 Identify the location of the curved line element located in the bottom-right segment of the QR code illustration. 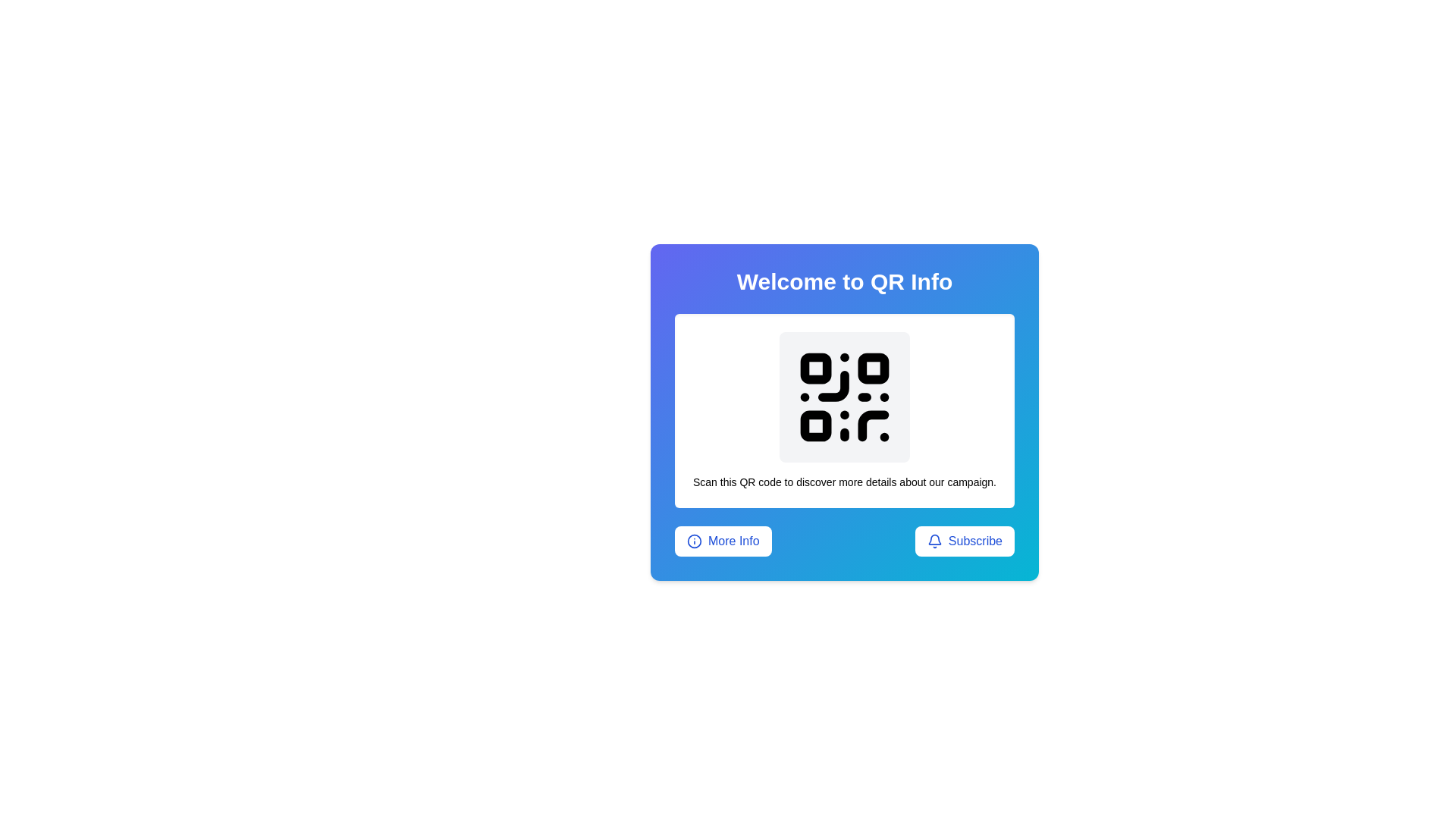
(874, 425).